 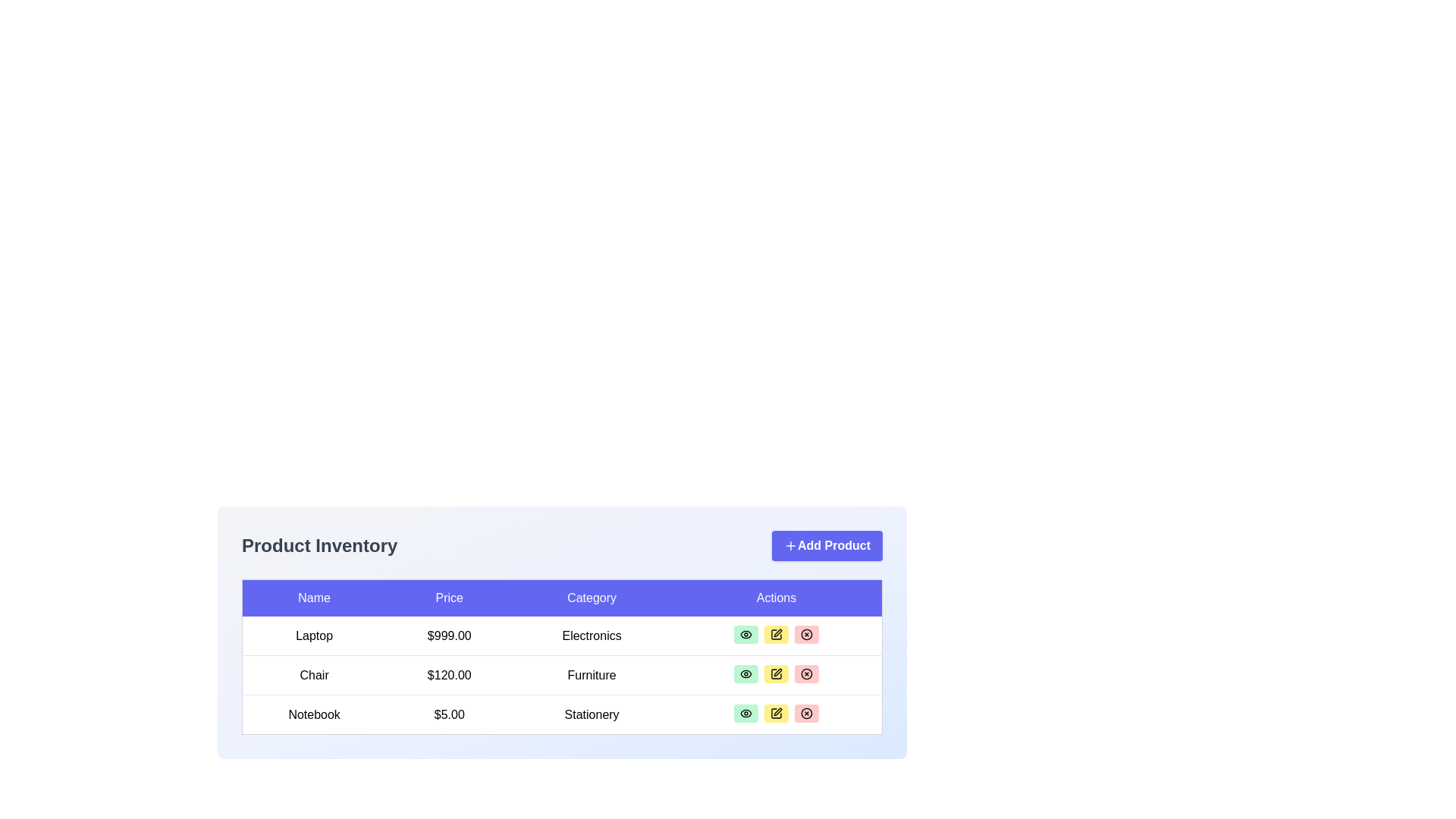 I want to click on the eye icon in the 'Actions' column of the 'Product Inventory' table, located in the third row associated with the 'Notebook' item, to trigger the visual effect, so click(x=745, y=714).